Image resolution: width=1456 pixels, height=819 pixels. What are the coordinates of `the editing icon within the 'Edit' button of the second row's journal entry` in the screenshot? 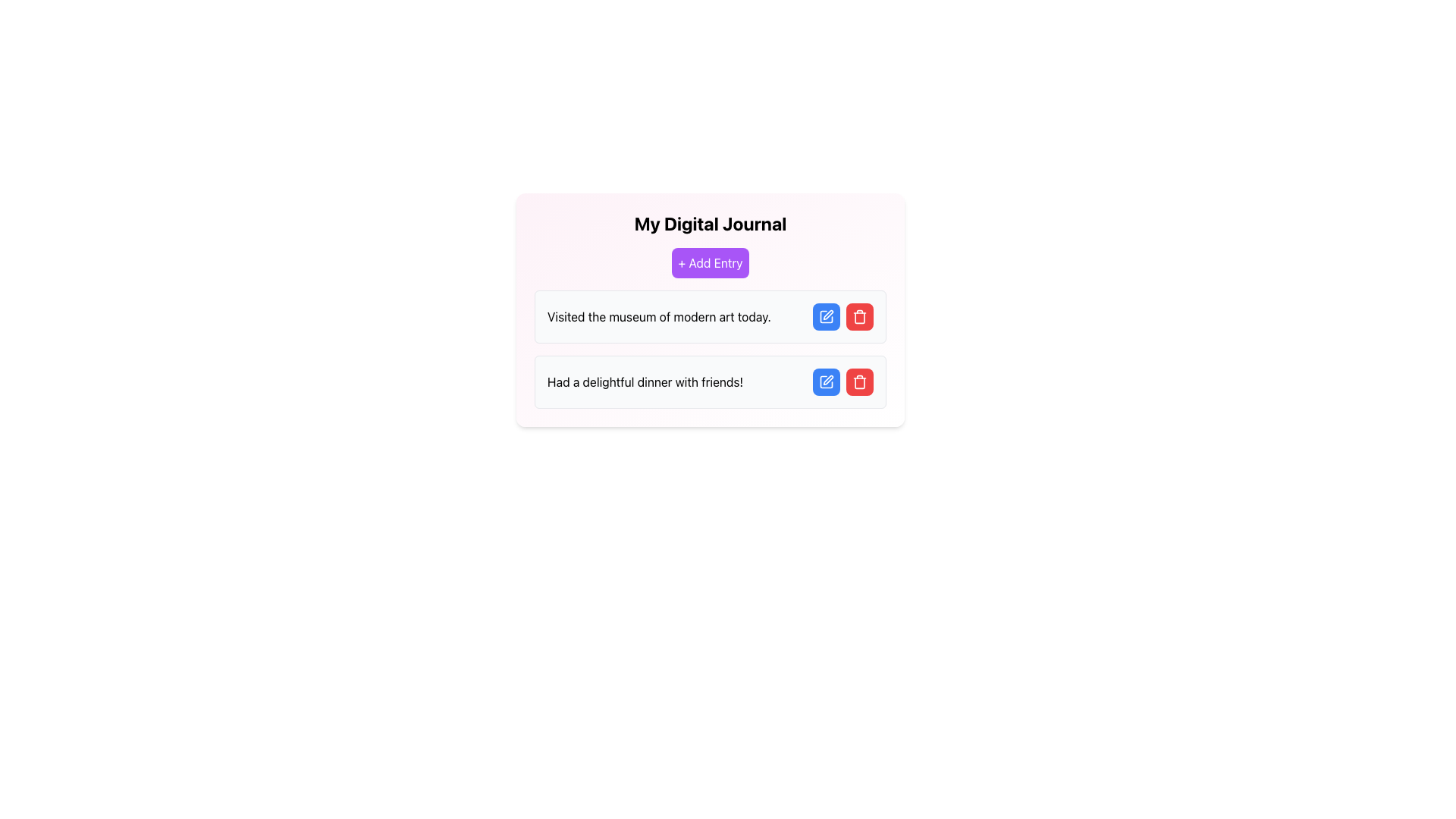 It's located at (827, 379).